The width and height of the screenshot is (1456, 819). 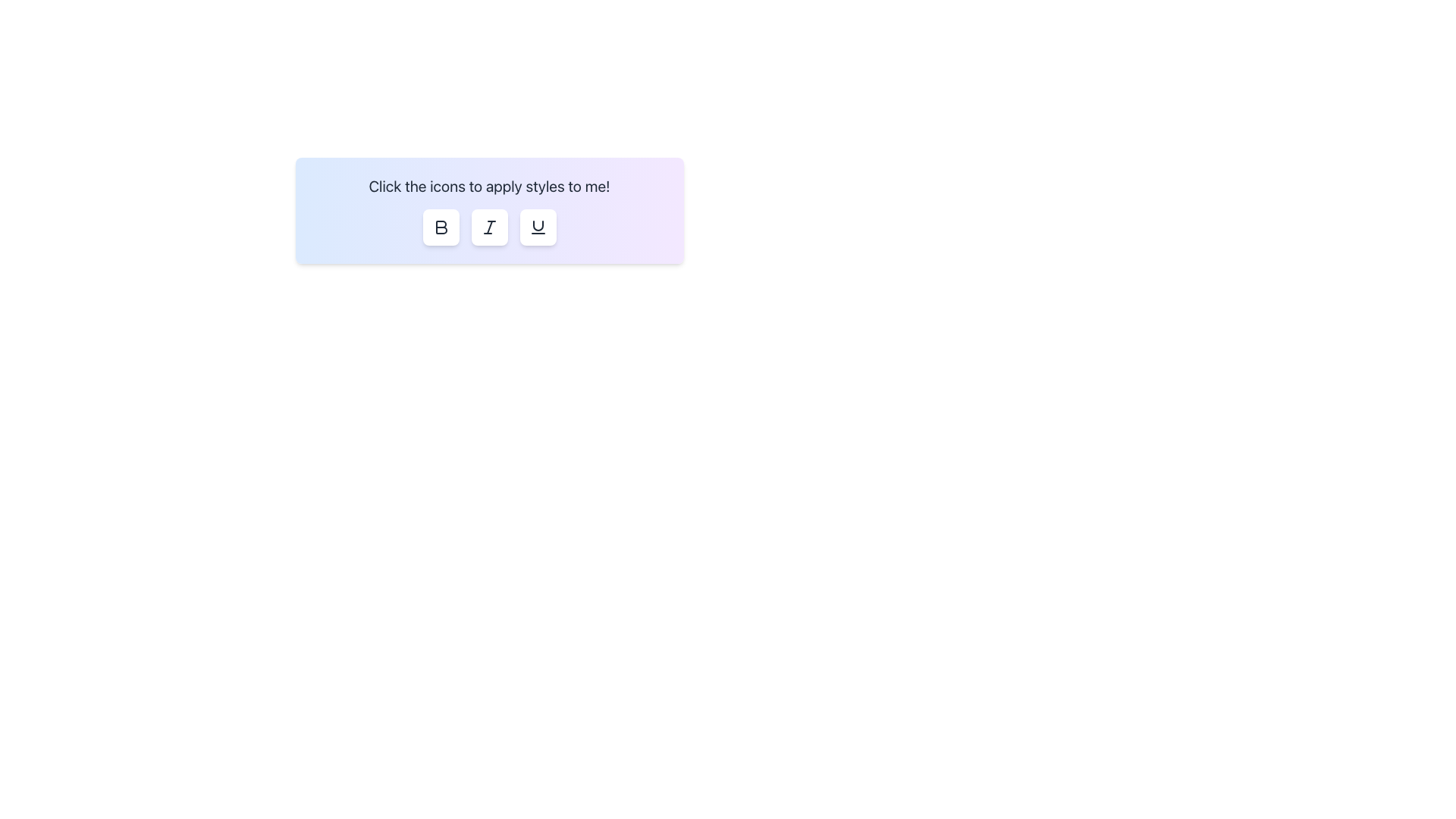 What do you see at coordinates (489, 227) in the screenshot?
I see `the button that toggles the italic text style, located in the center of the second row of buttons below the text 'Click the icons to apply styles to me!'` at bounding box center [489, 227].